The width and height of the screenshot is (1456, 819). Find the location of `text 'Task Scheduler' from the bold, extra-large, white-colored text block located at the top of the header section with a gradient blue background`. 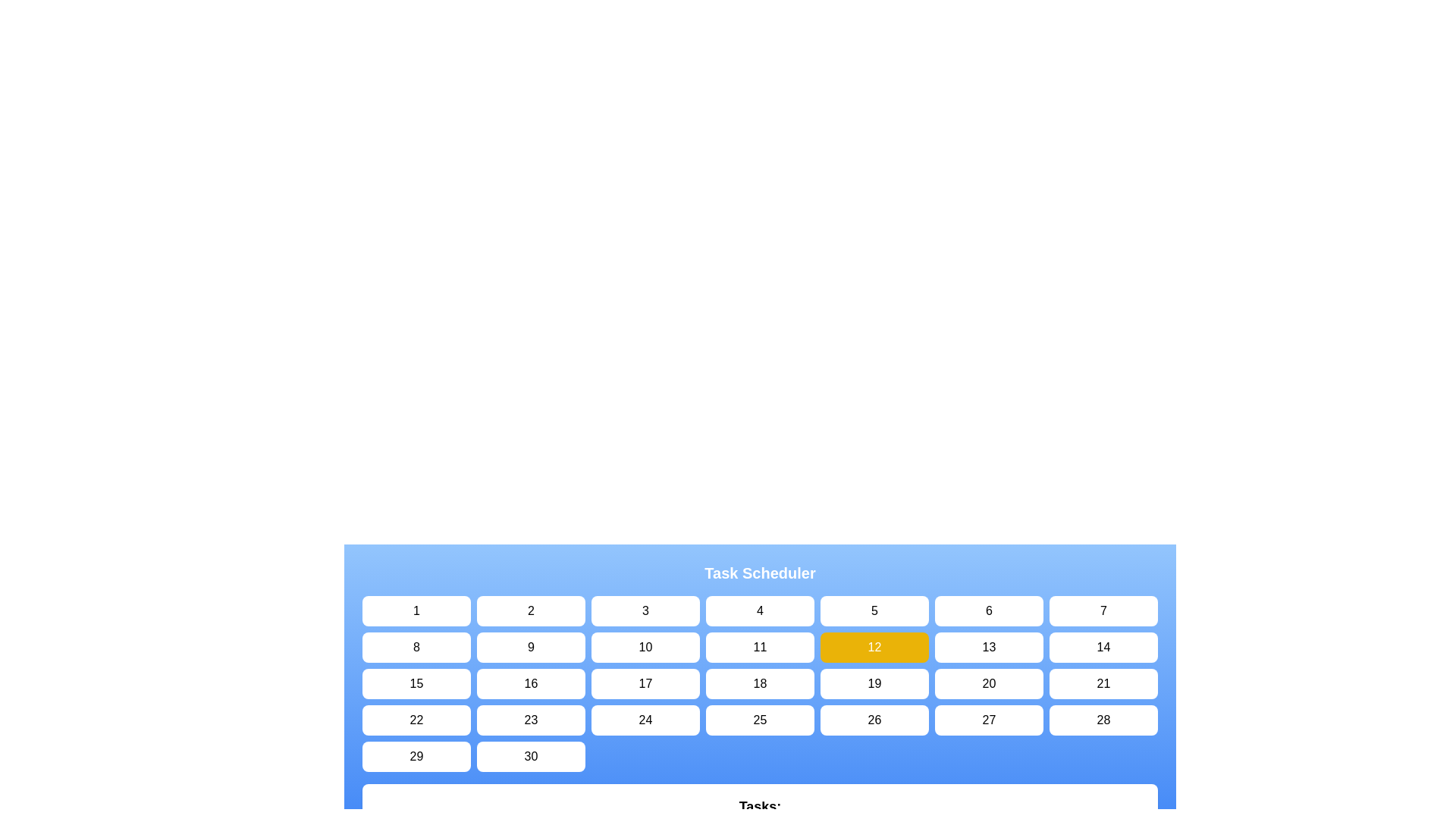

text 'Task Scheduler' from the bold, extra-large, white-colored text block located at the top of the header section with a gradient blue background is located at coordinates (760, 573).